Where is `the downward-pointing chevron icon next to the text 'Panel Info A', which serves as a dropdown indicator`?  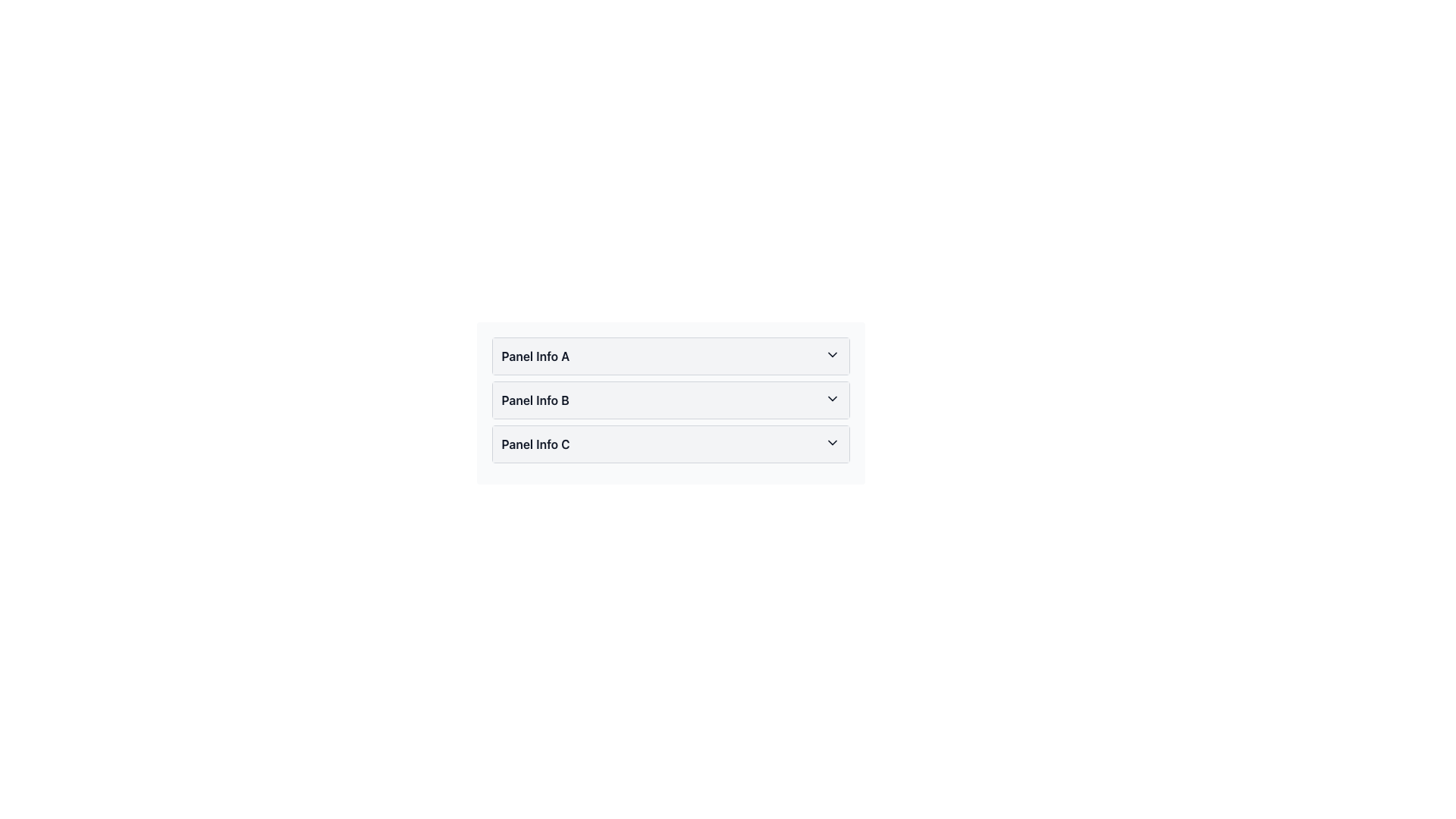
the downward-pointing chevron icon next to the text 'Panel Info A', which serves as a dropdown indicator is located at coordinates (831, 354).